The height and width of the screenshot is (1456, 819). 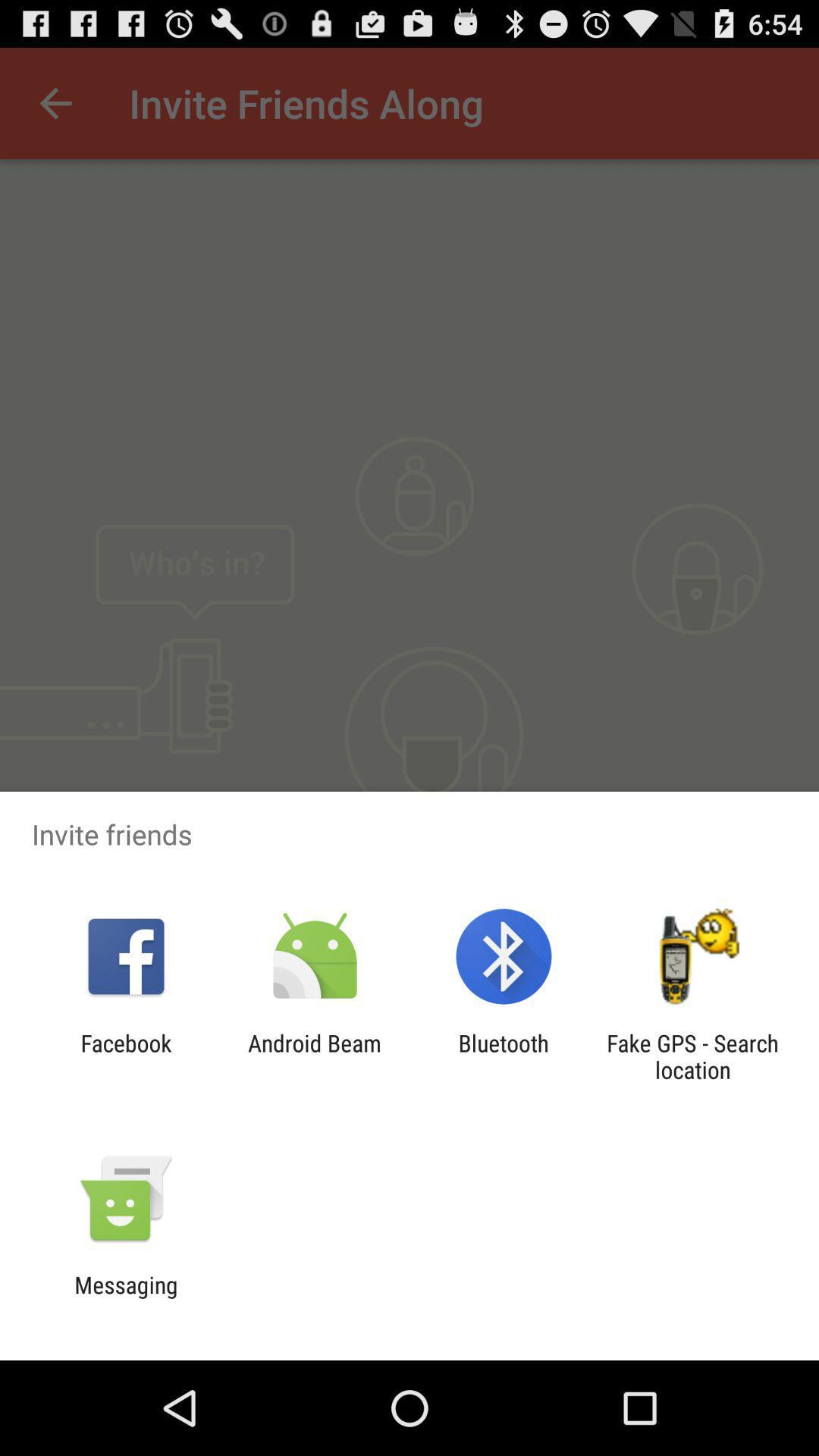 What do you see at coordinates (692, 1056) in the screenshot?
I see `the fake gps search item` at bounding box center [692, 1056].